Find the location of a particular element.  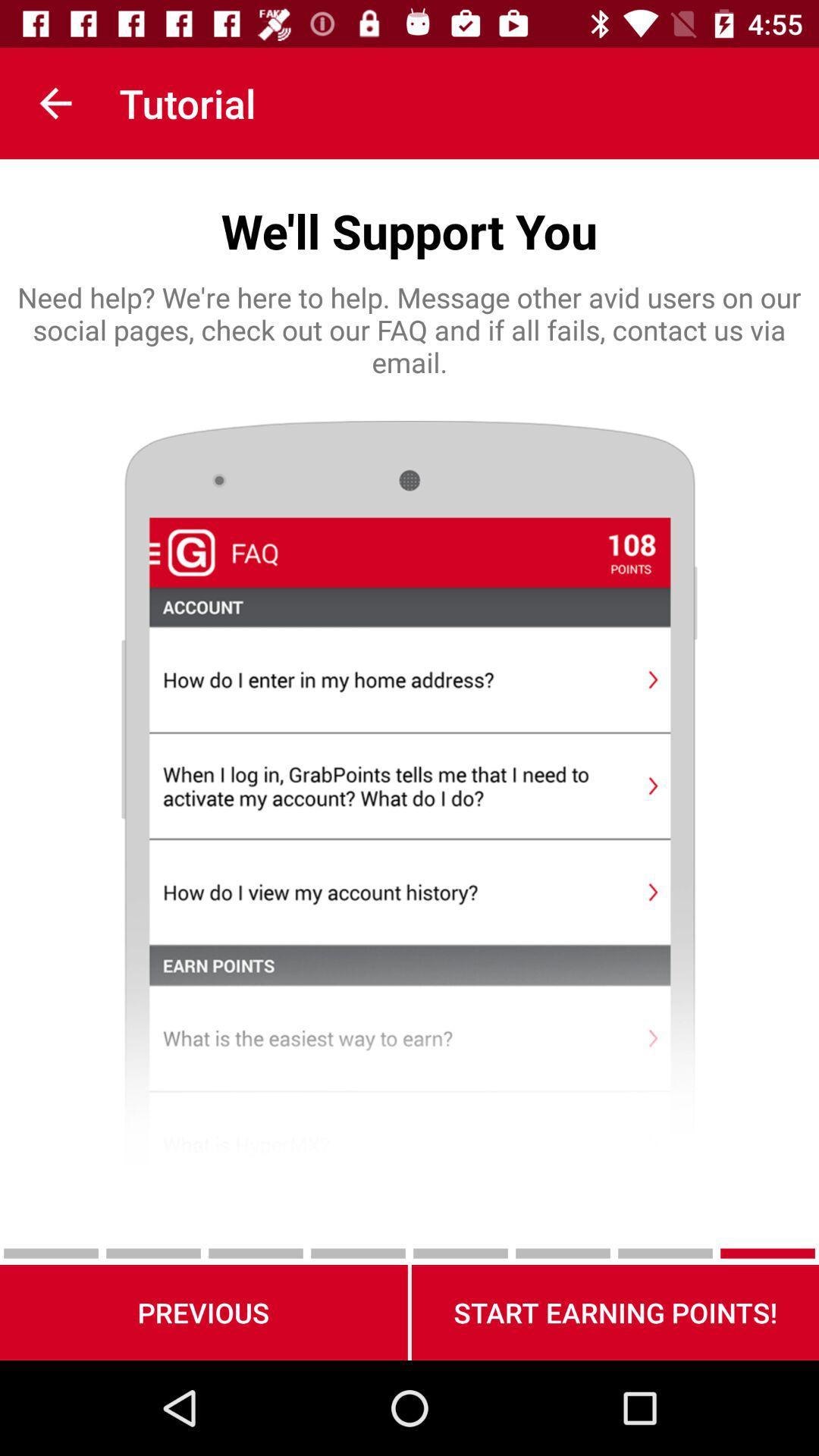

the start earning points! item is located at coordinates (615, 1312).